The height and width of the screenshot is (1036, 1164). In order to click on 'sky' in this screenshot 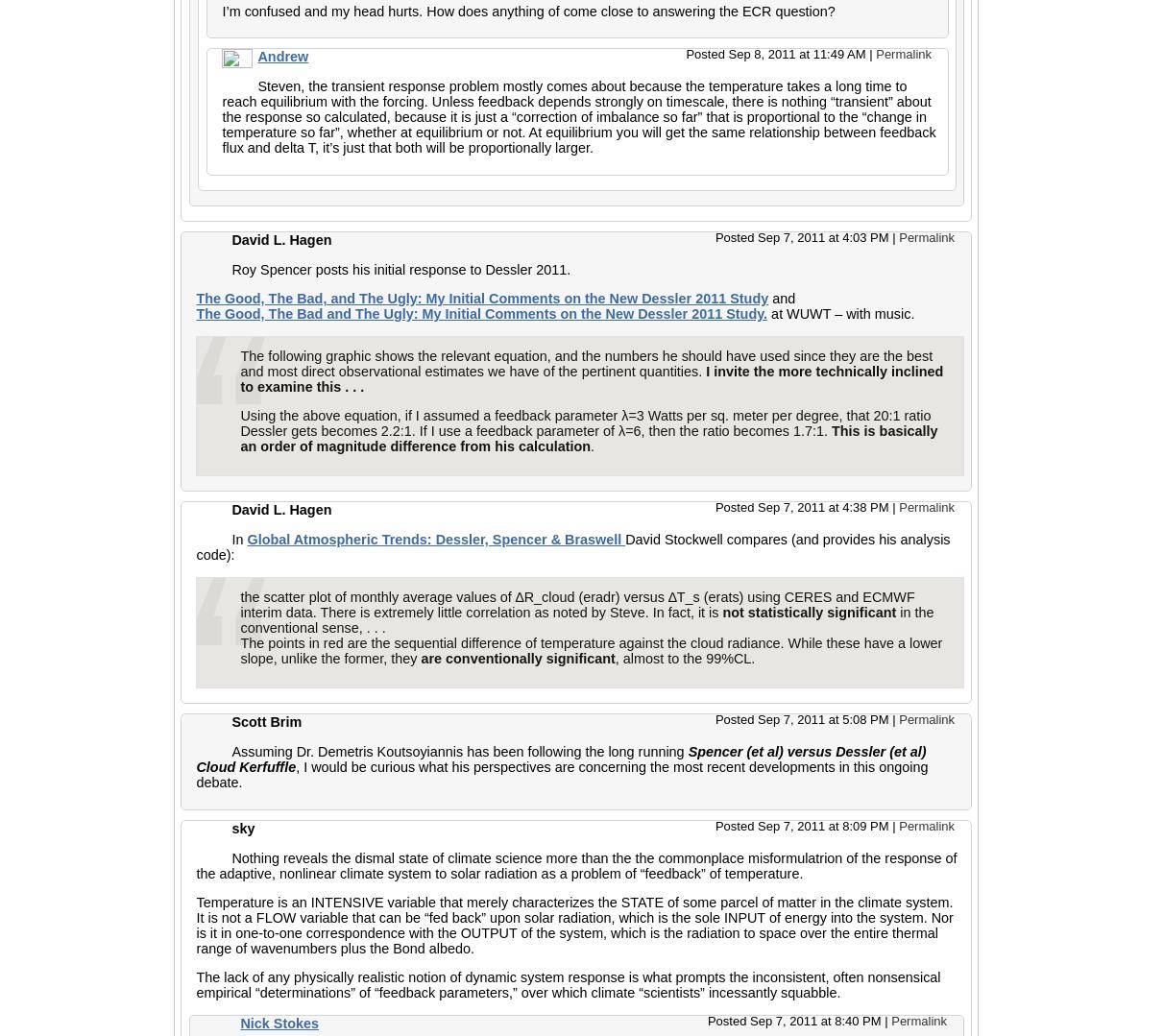, I will do `click(242, 828)`.